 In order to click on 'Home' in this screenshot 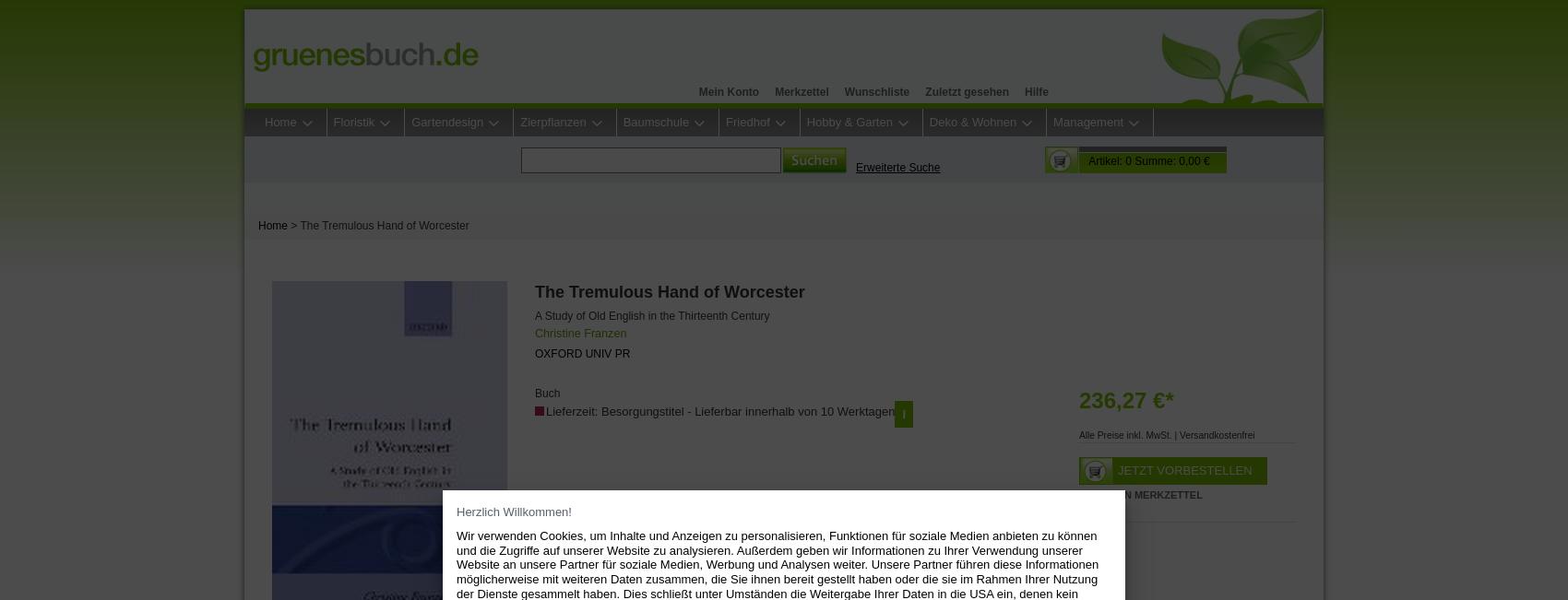, I will do `click(257, 225)`.